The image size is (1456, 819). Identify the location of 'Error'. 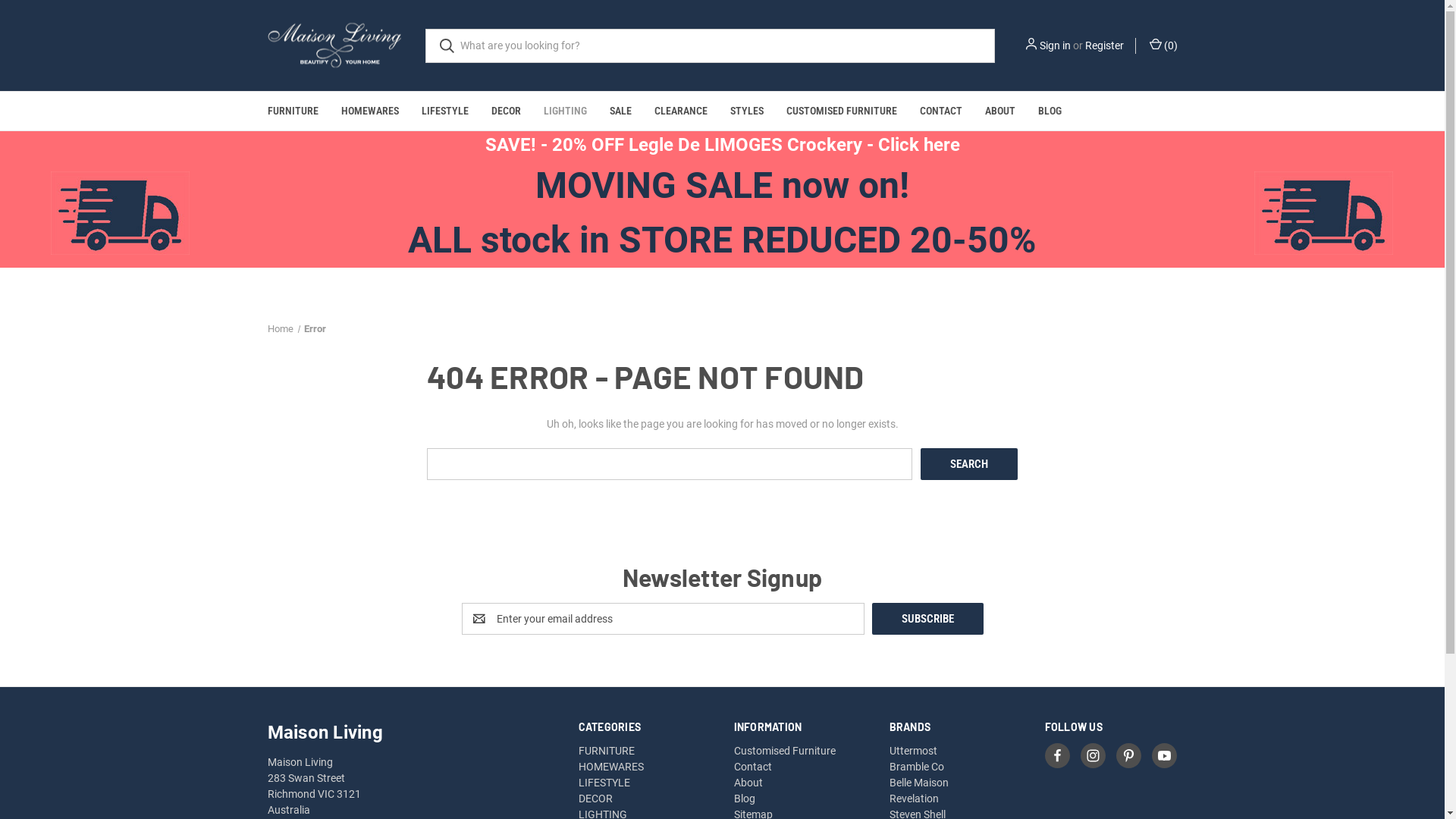
(314, 328).